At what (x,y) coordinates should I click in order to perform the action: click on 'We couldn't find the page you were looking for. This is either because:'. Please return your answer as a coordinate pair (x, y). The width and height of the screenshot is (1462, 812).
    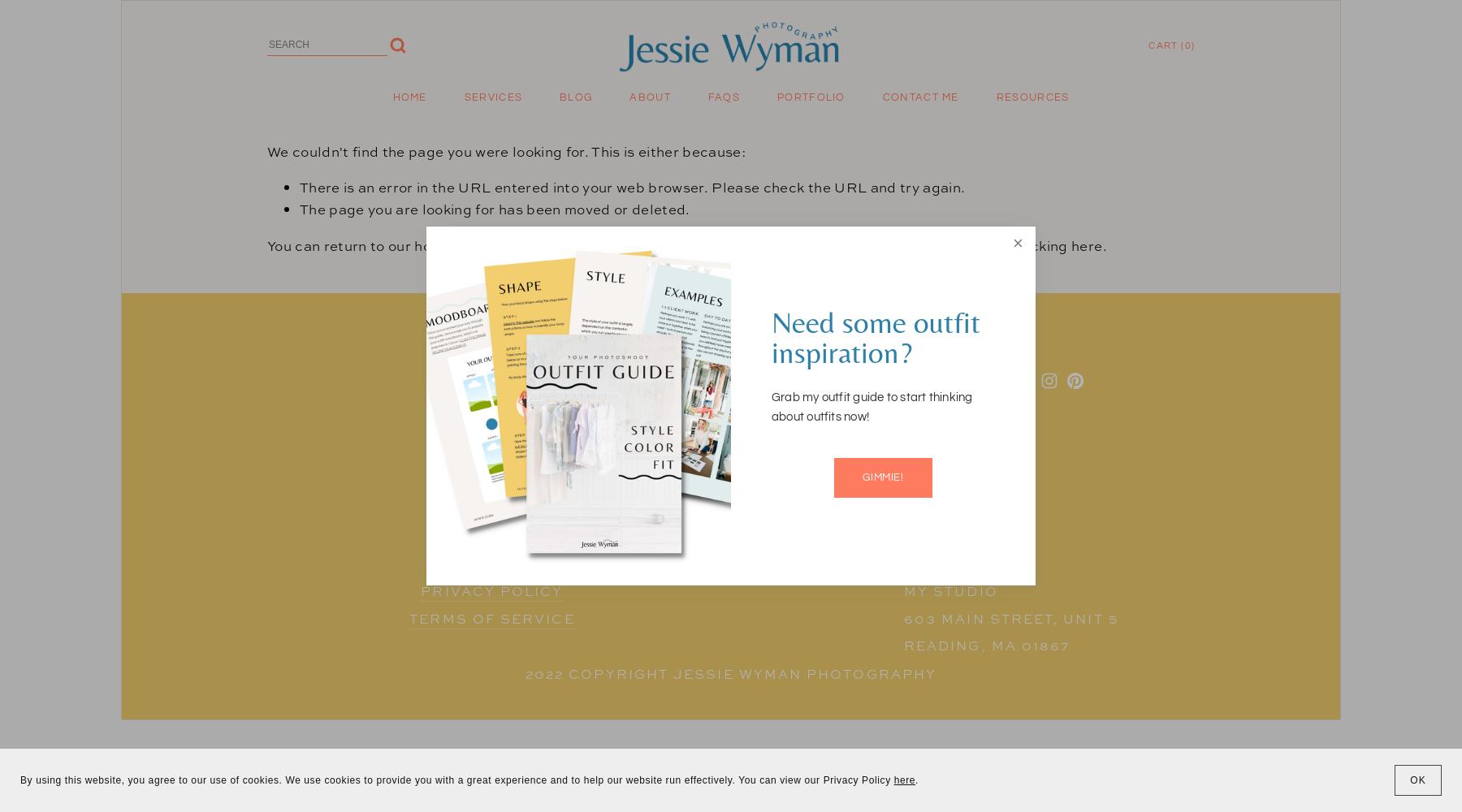
    Looking at the image, I should click on (507, 151).